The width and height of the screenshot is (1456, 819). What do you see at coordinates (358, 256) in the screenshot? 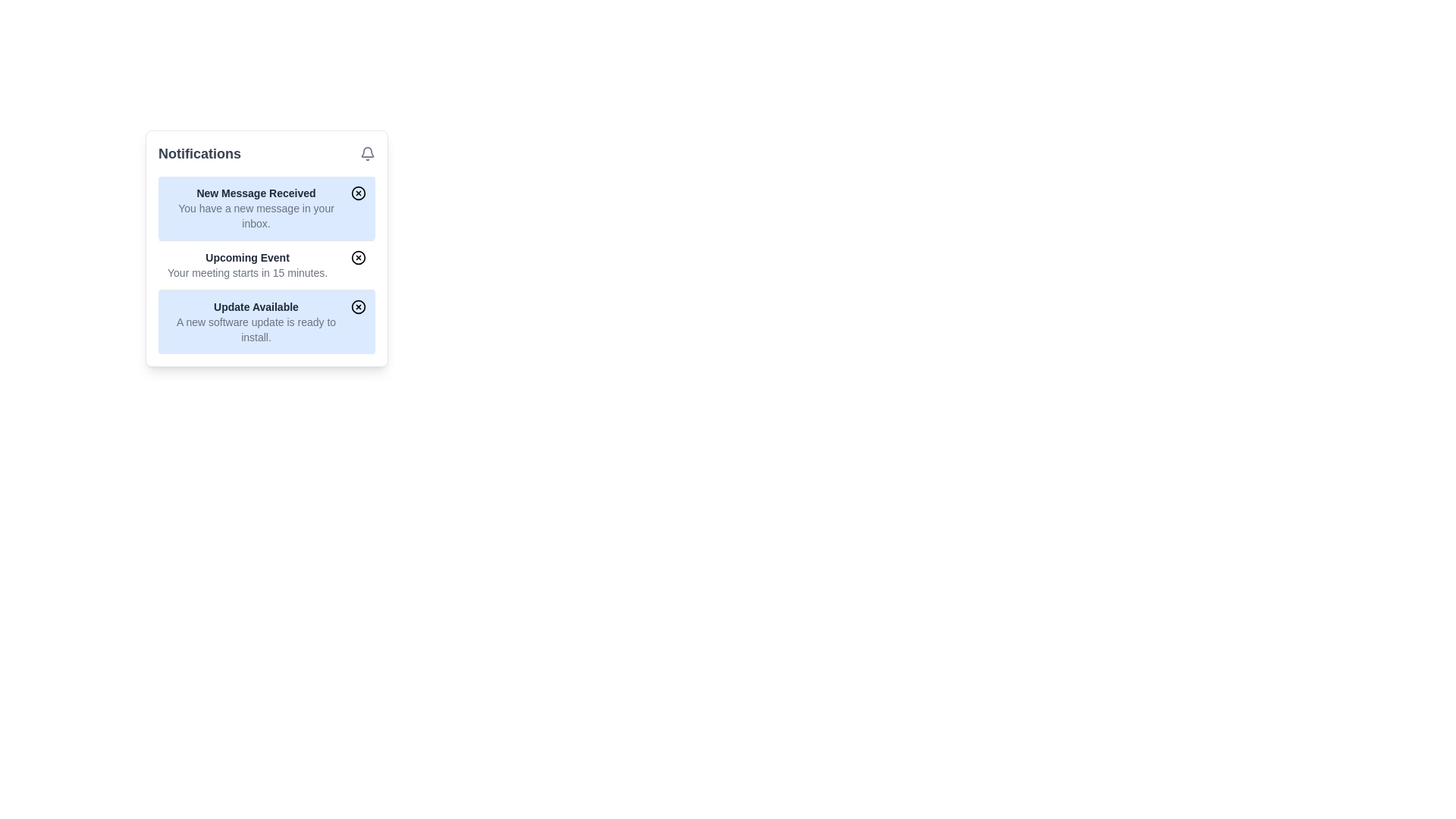
I see `the close button of the notification related to the upcoming event, located` at bounding box center [358, 256].